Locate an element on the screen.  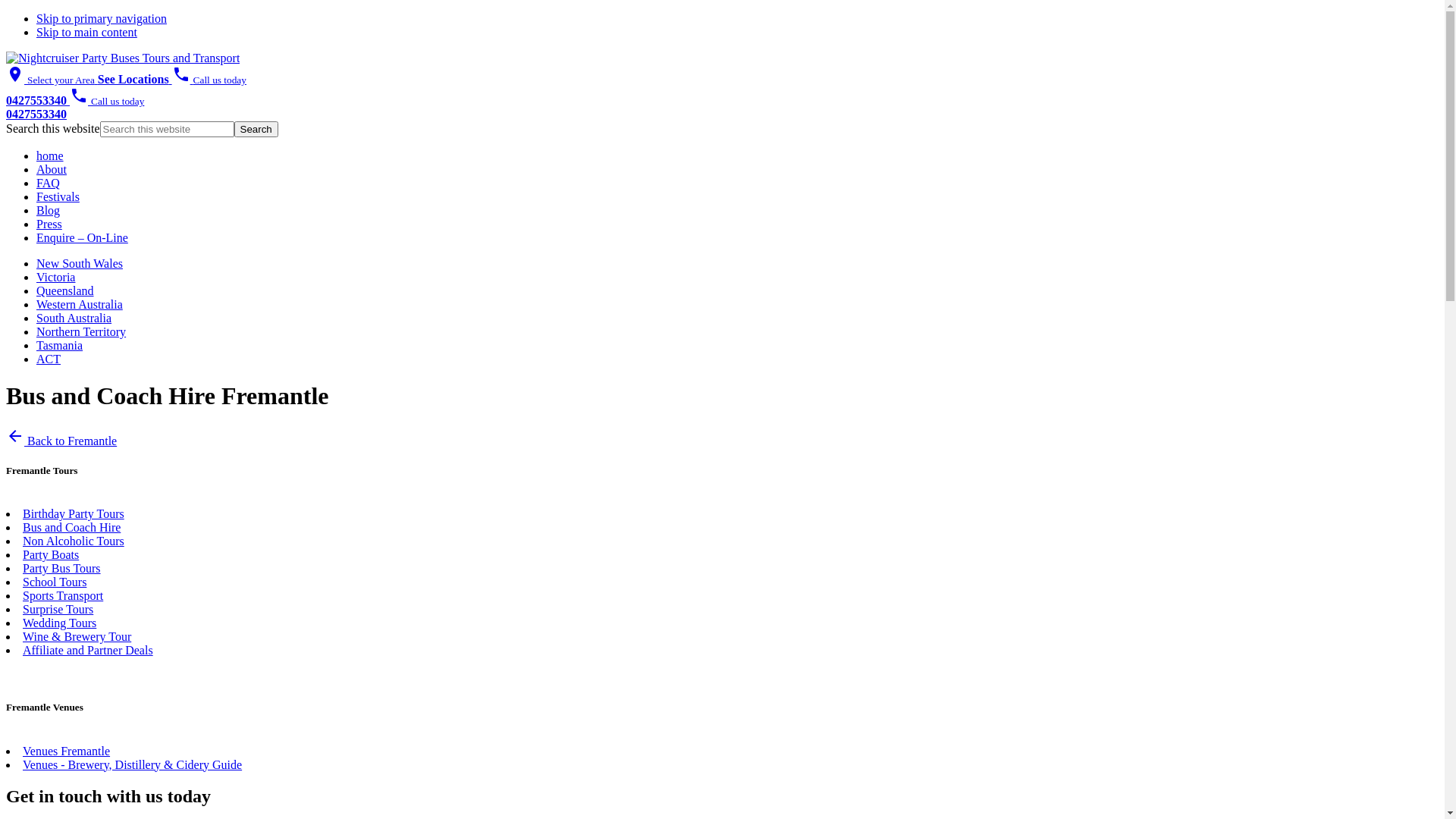
'phone Call us today is located at coordinates (74, 106).